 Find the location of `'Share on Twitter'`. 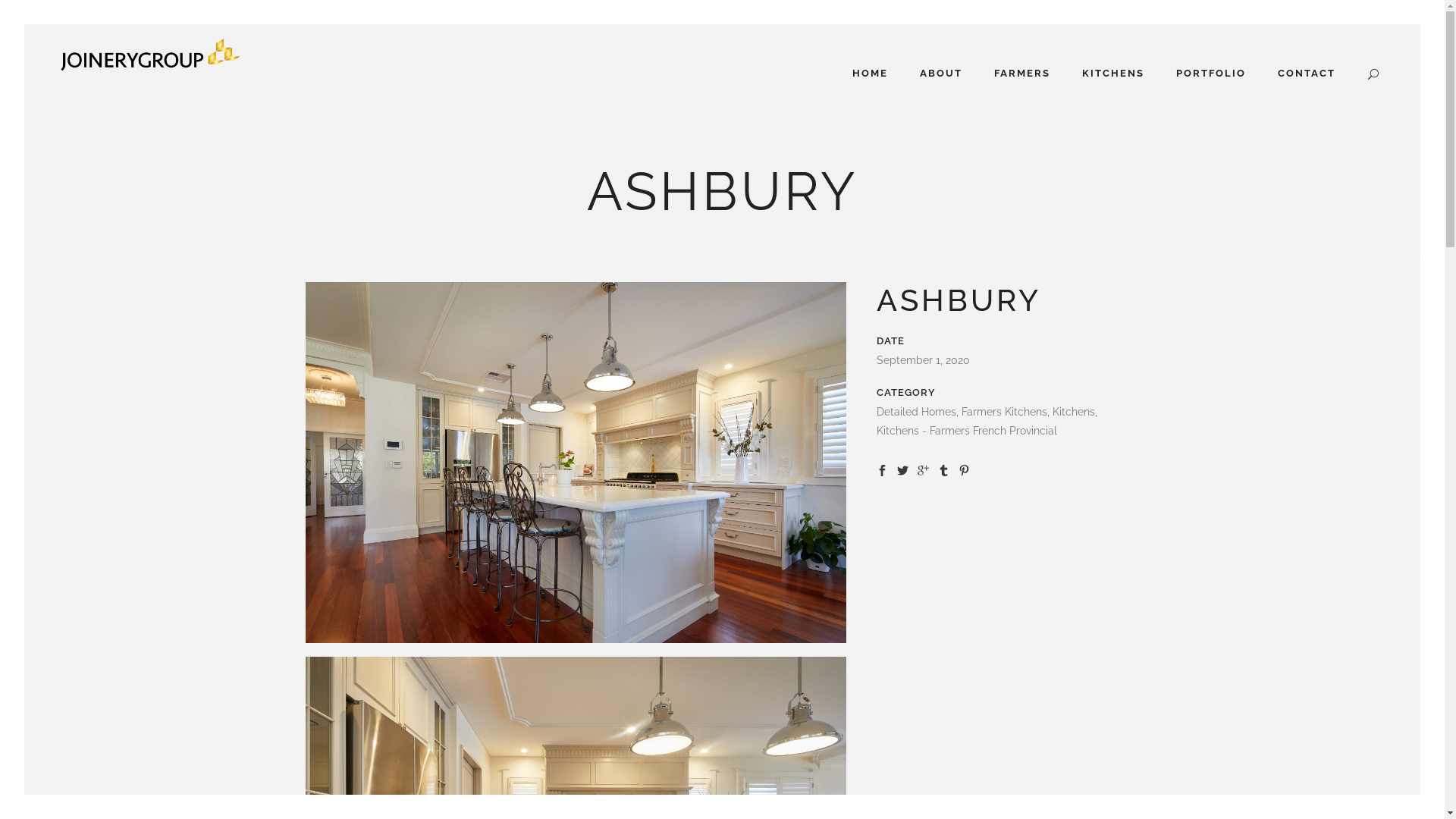

'Share on Twitter' is located at coordinates (902, 468).